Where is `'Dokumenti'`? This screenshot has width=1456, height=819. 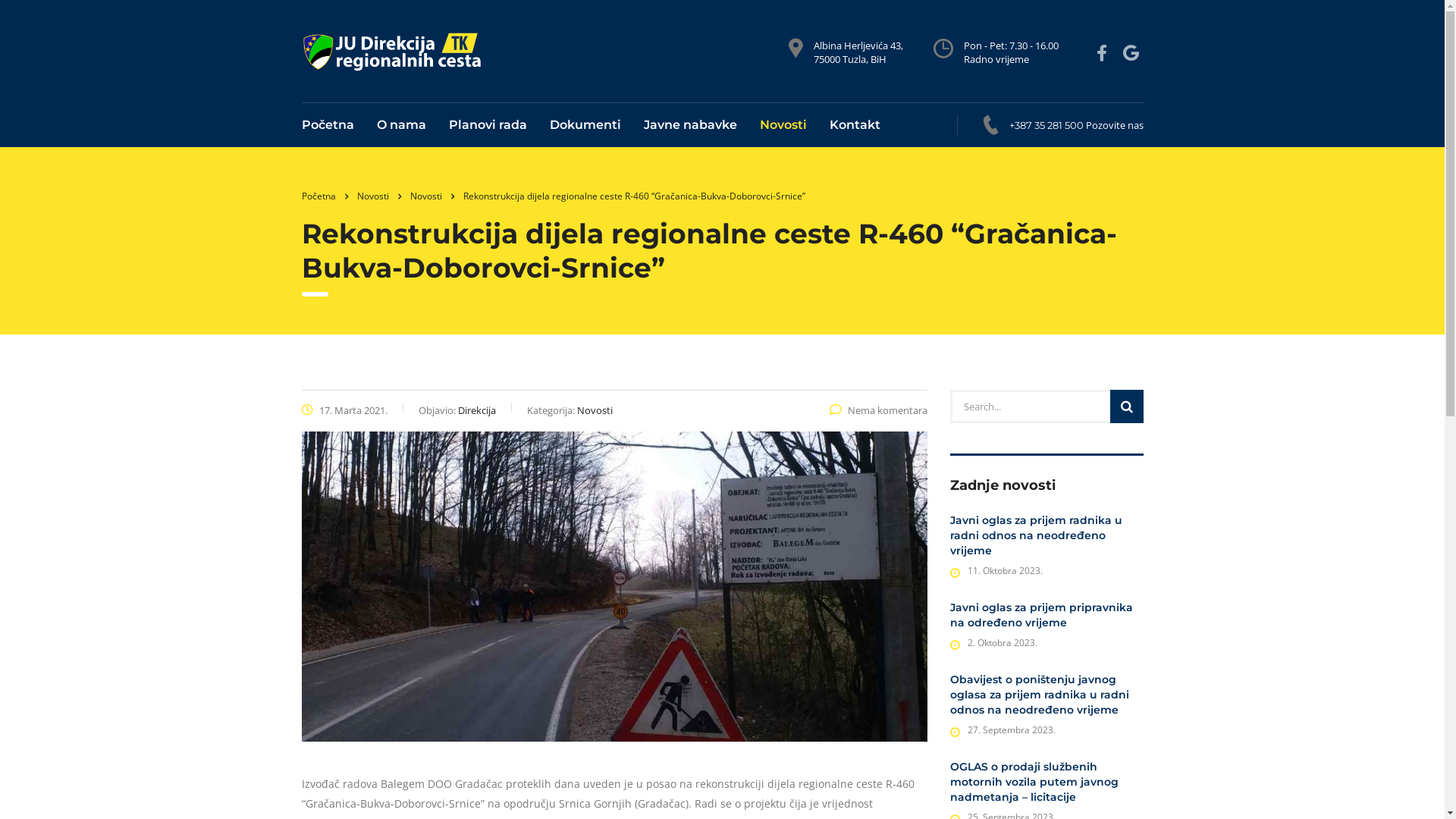
'Dokumenti' is located at coordinates (585, 124).